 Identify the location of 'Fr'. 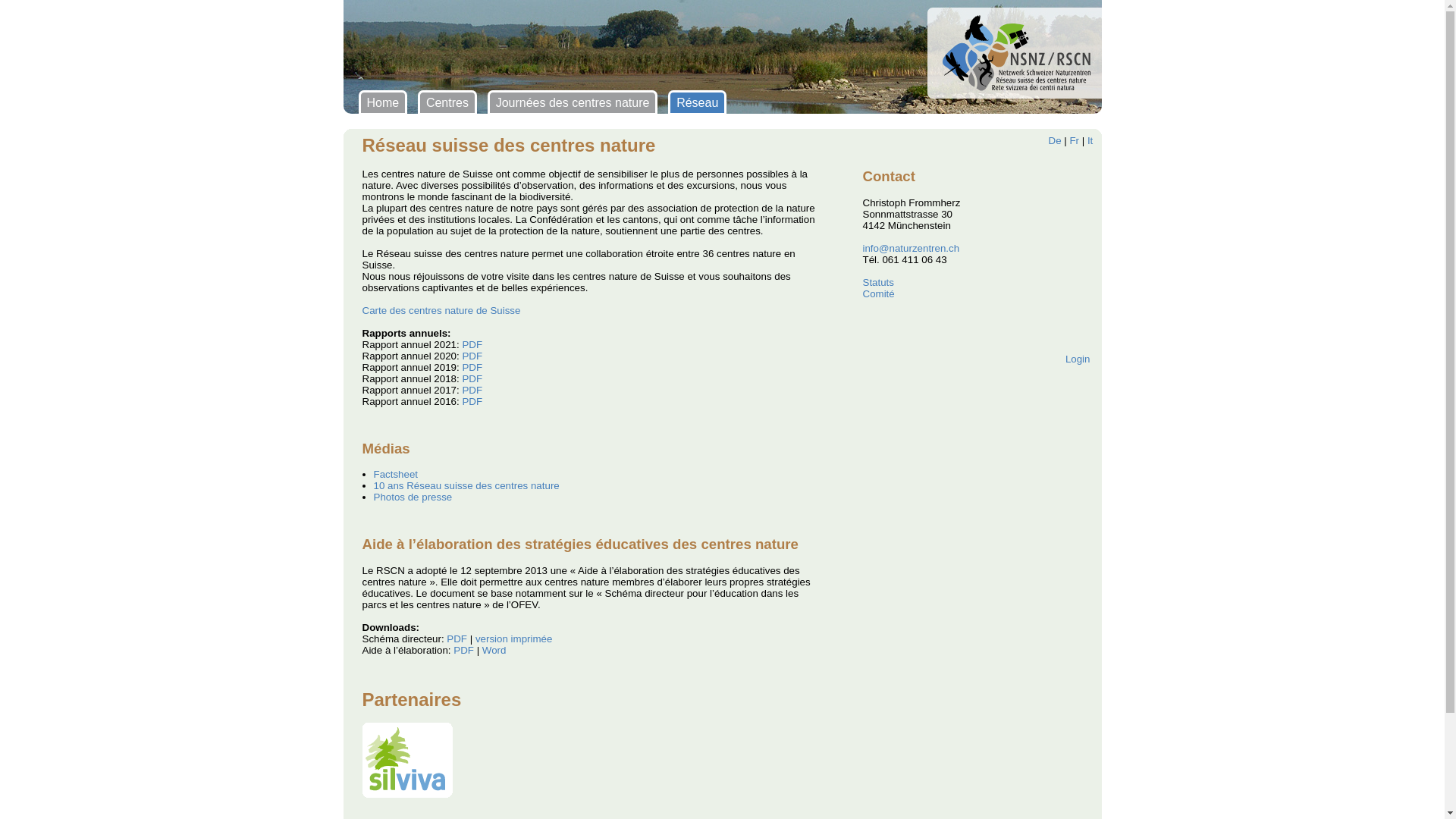
(1073, 140).